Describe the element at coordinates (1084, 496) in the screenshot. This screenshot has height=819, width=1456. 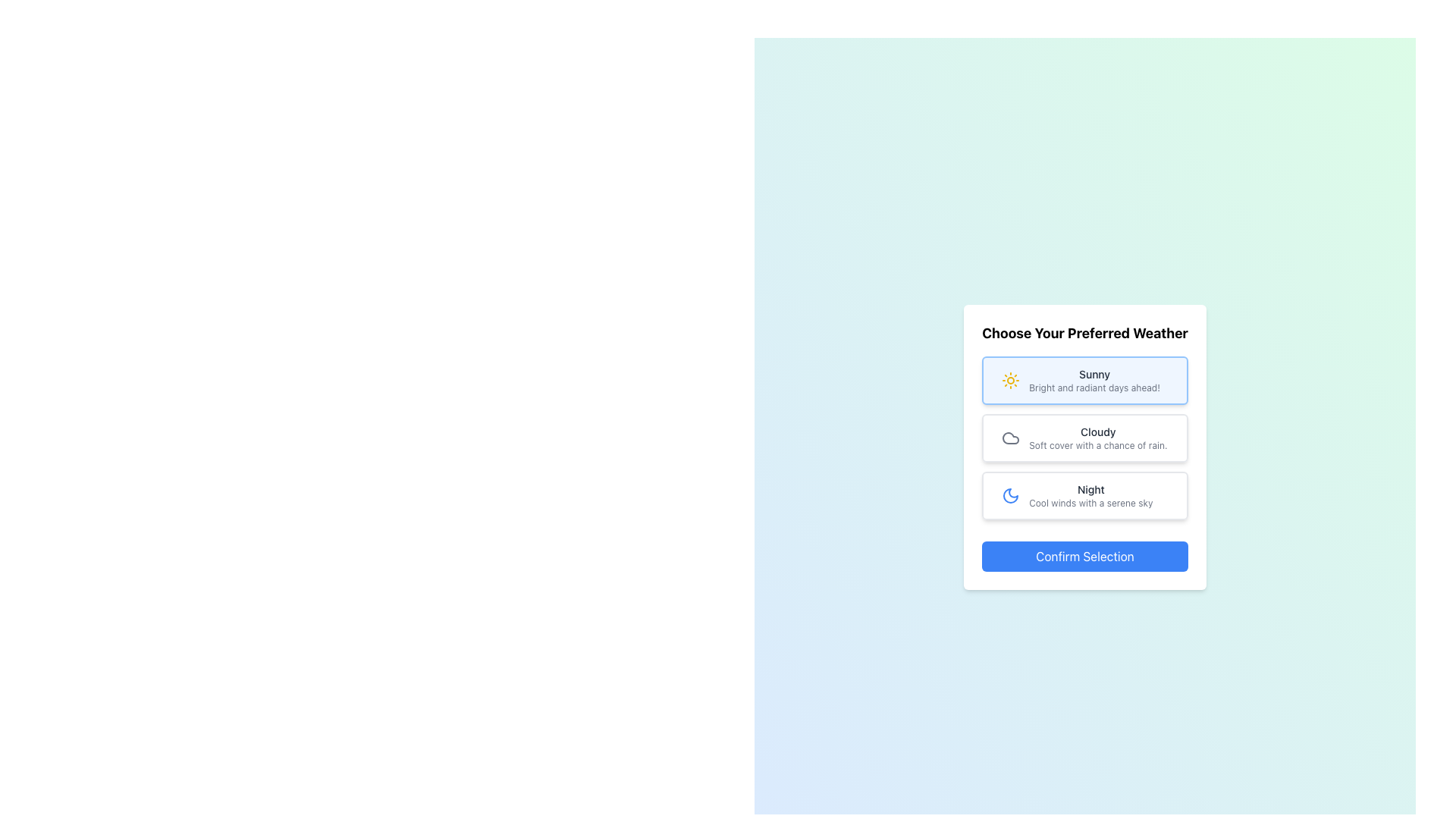
I see `the selectable option for 'Night' located as the third choice in a vertical list of weather-related options, positioned below 'Cloudy' and above the confirmation button` at that location.